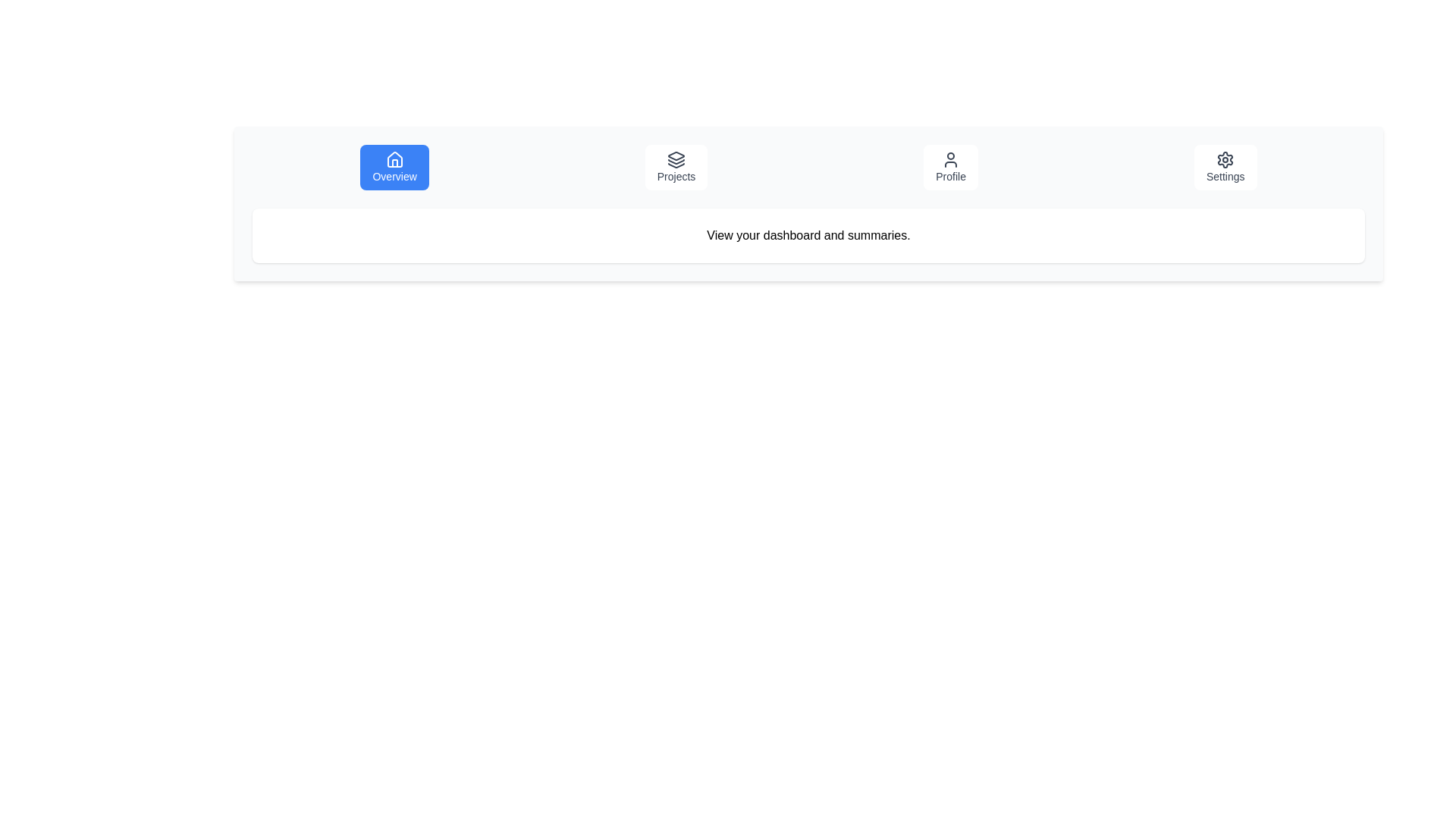  I want to click on the tab labeled Overview, so click(394, 167).